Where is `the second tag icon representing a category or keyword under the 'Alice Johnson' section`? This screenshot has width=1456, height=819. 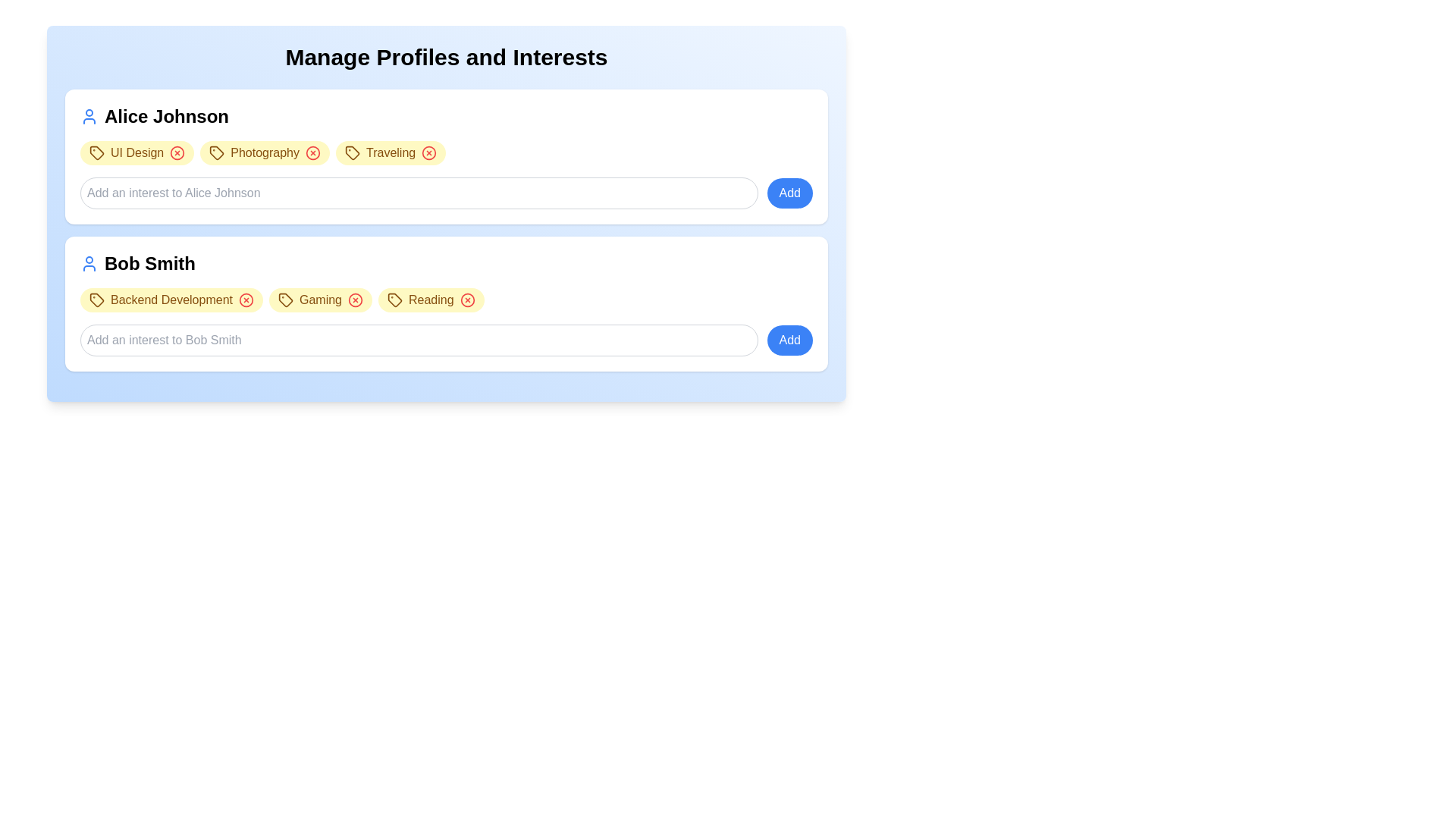 the second tag icon representing a category or keyword under the 'Alice Johnson' section is located at coordinates (216, 152).